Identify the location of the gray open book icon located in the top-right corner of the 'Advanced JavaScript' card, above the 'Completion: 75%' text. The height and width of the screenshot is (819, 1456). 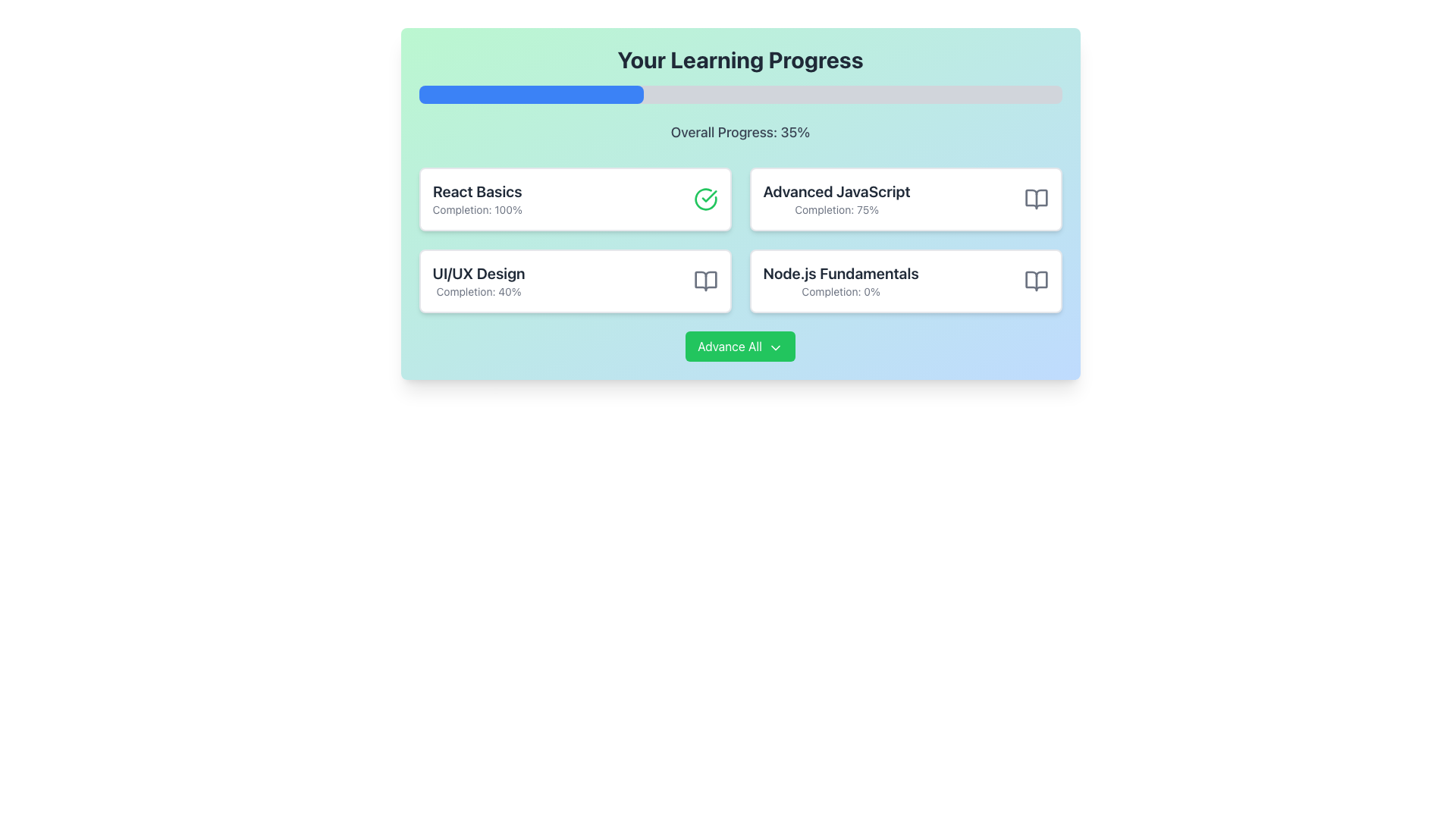
(1035, 198).